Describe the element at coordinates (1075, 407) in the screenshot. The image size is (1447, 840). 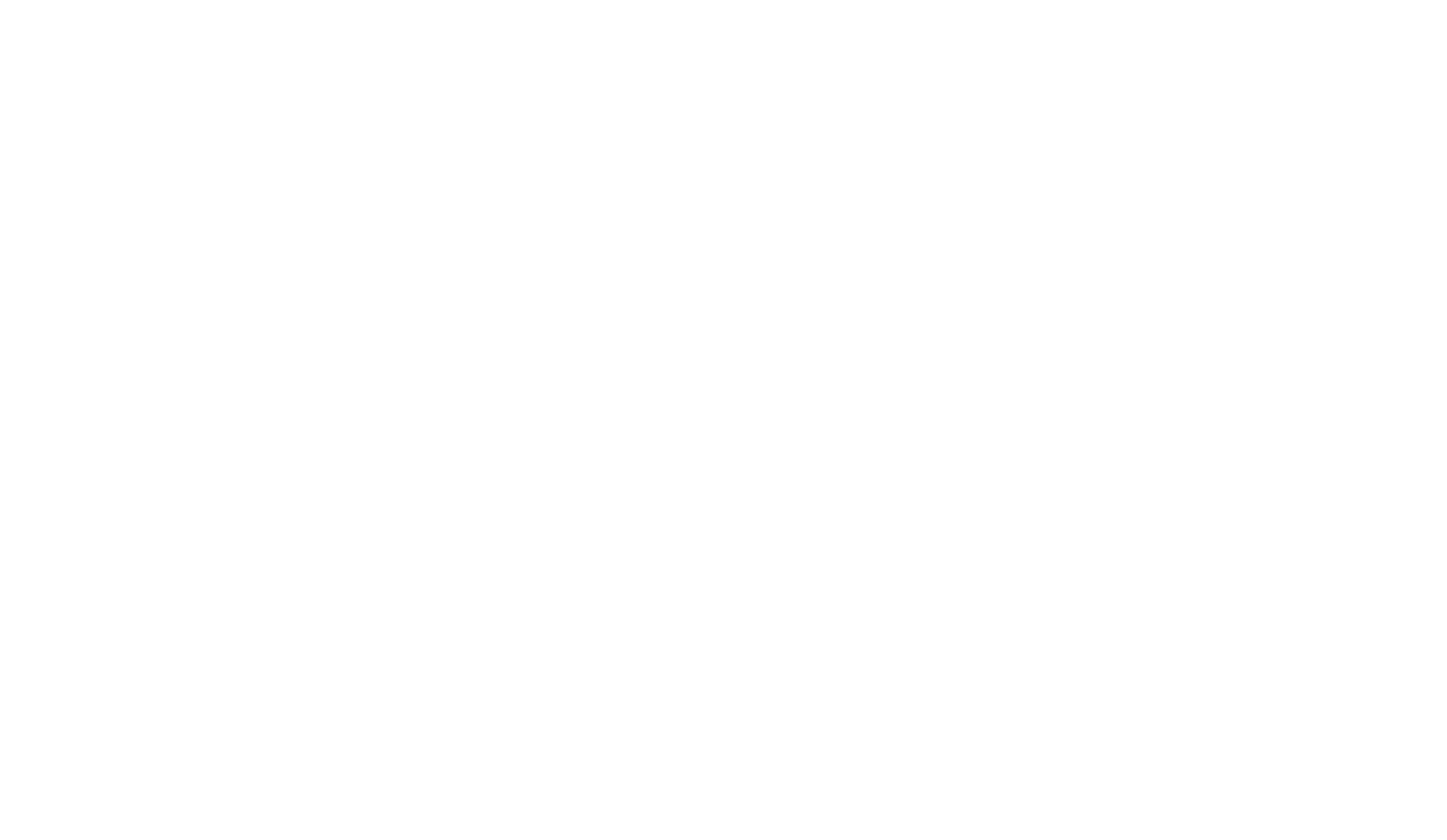
I see `'Lisbon'` at that location.